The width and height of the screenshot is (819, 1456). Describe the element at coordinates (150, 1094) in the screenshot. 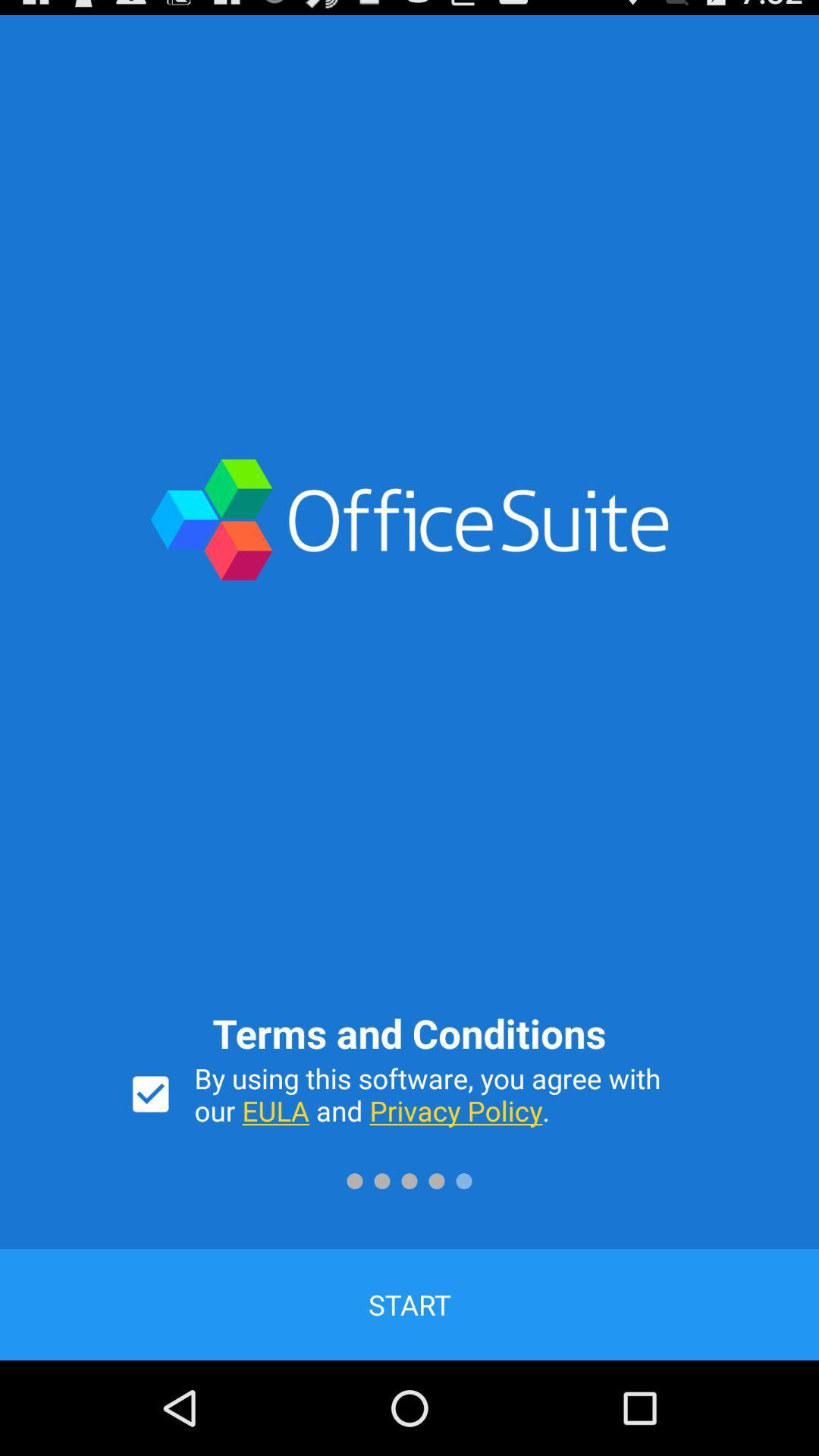

I see `item above the start button` at that location.